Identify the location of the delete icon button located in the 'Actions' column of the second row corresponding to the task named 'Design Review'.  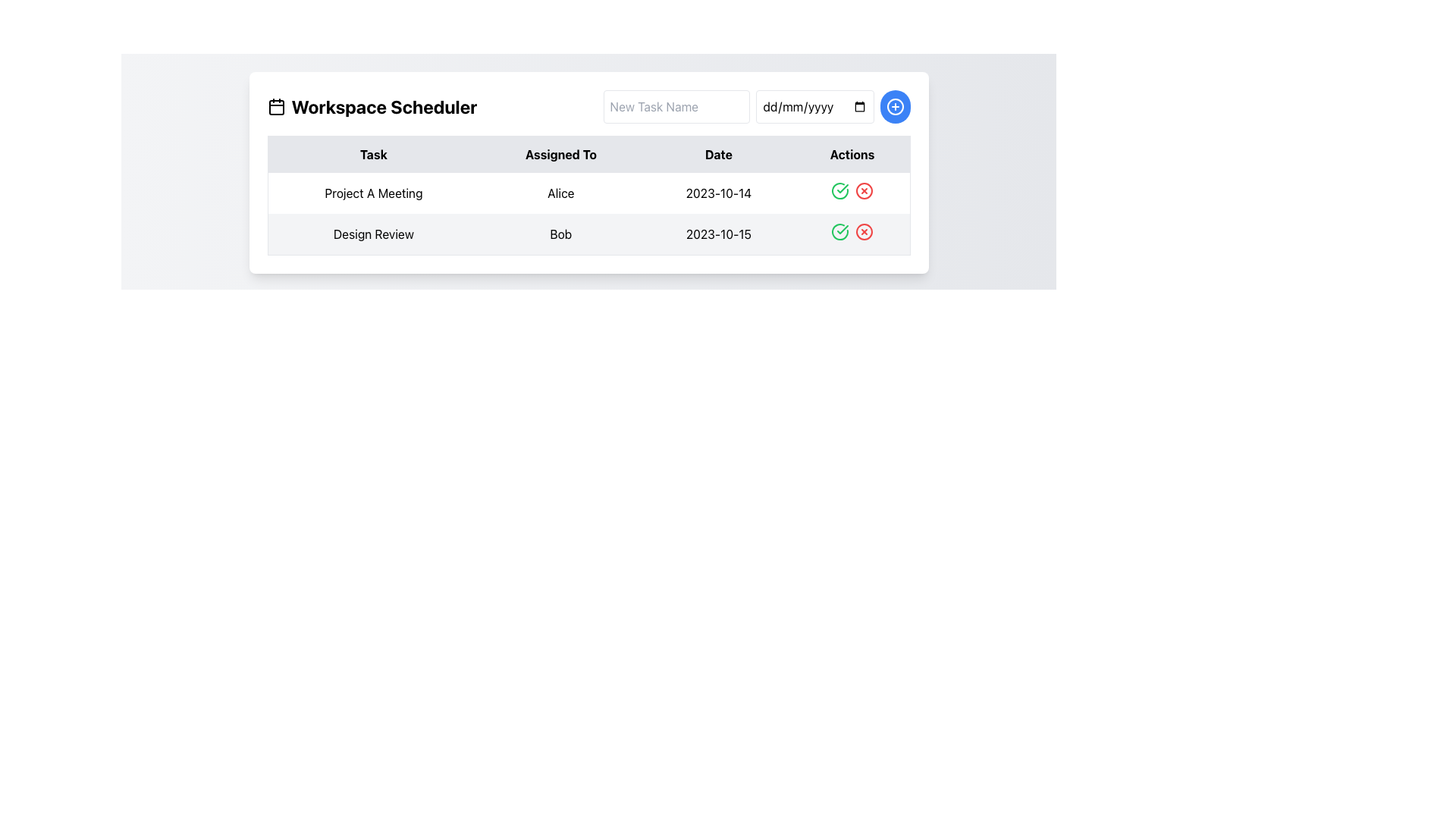
(864, 231).